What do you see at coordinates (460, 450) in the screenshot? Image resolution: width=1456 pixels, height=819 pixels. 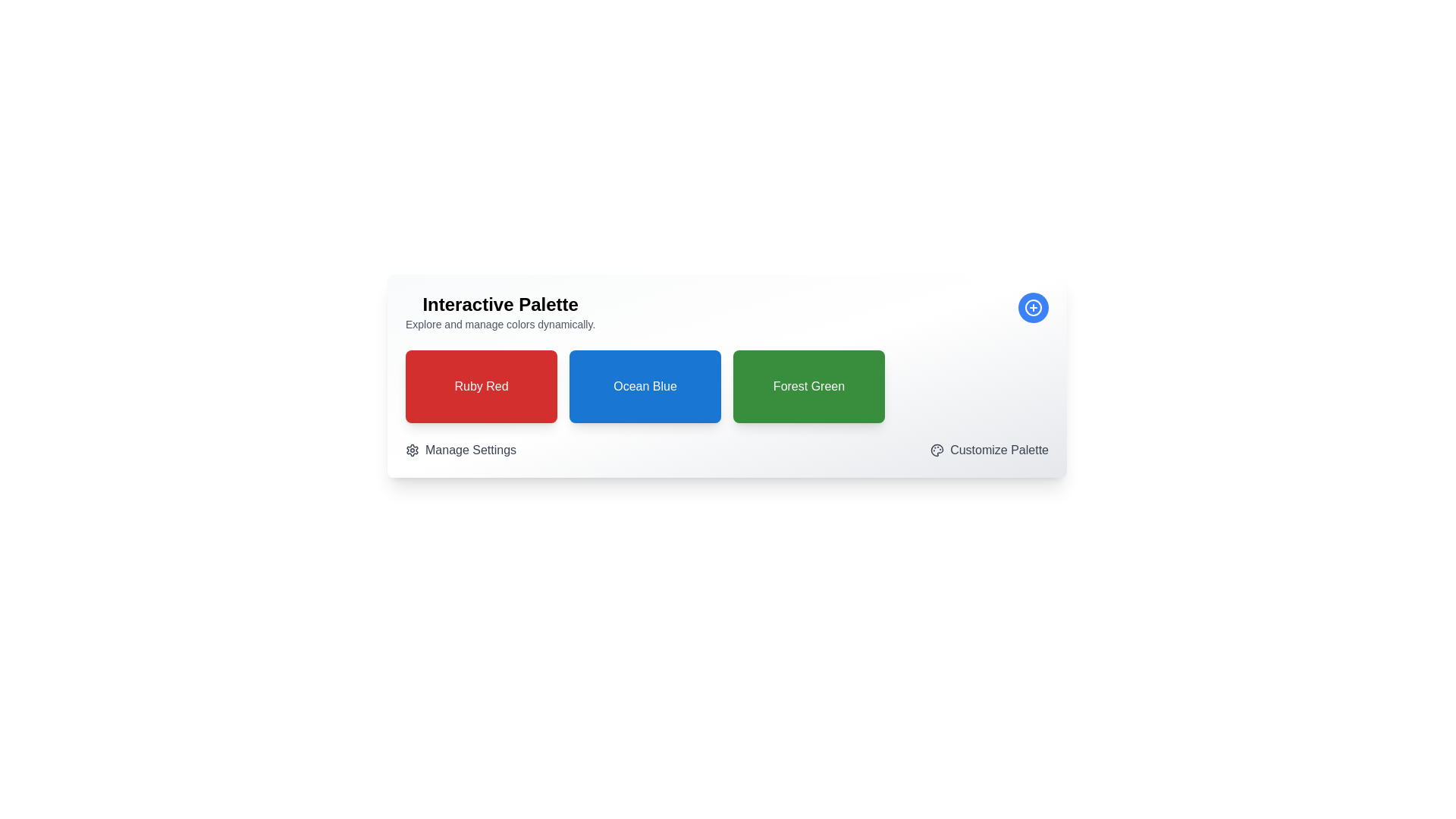 I see `the 'Manage Settings' button, which features a cogwheel icon and is styled with gray text that turns black on hover` at bounding box center [460, 450].